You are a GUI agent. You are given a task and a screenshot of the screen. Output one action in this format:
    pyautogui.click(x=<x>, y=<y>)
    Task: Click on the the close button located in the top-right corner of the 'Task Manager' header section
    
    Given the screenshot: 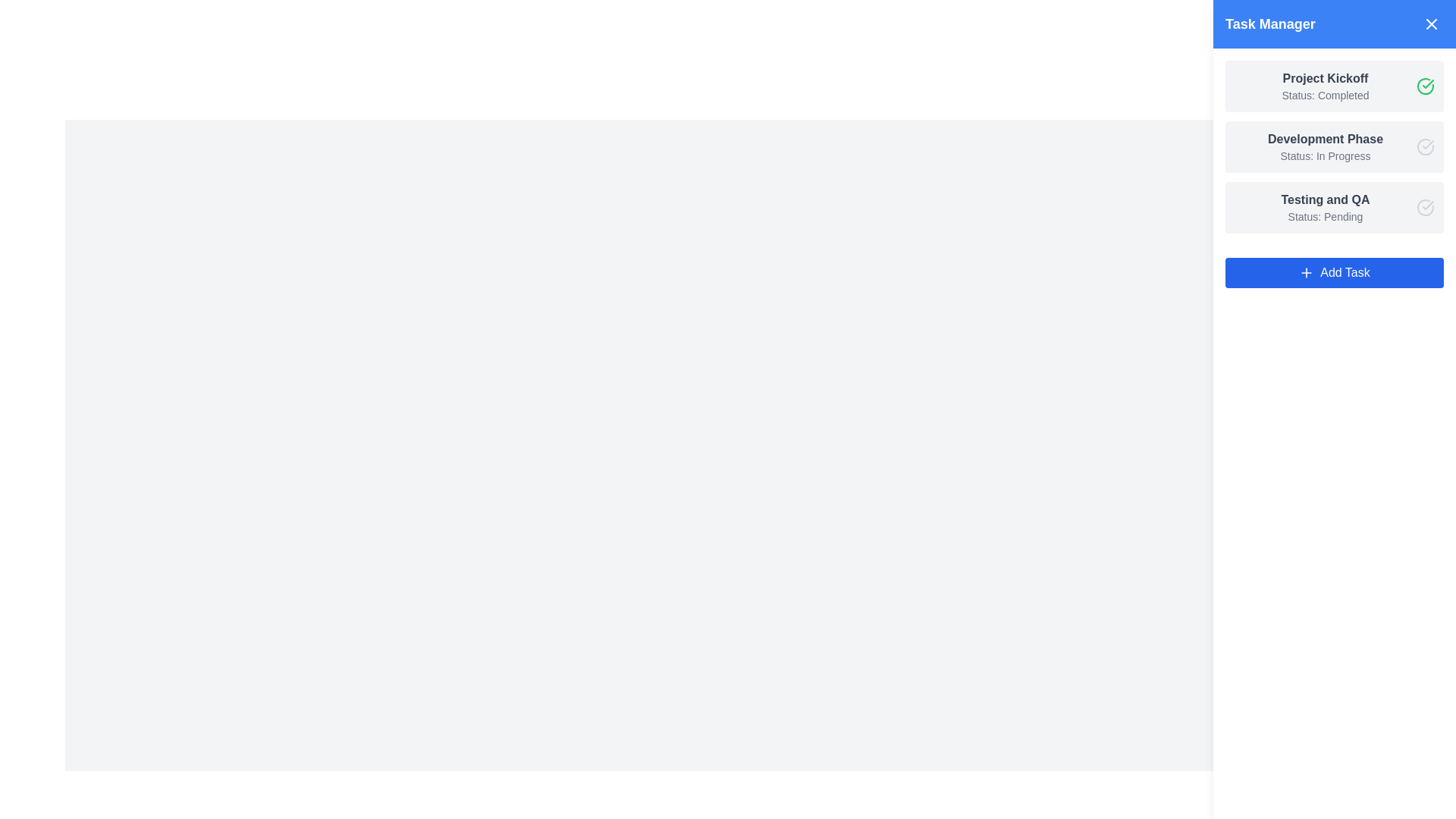 What is the action you would take?
    pyautogui.click(x=1430, y=24)
    